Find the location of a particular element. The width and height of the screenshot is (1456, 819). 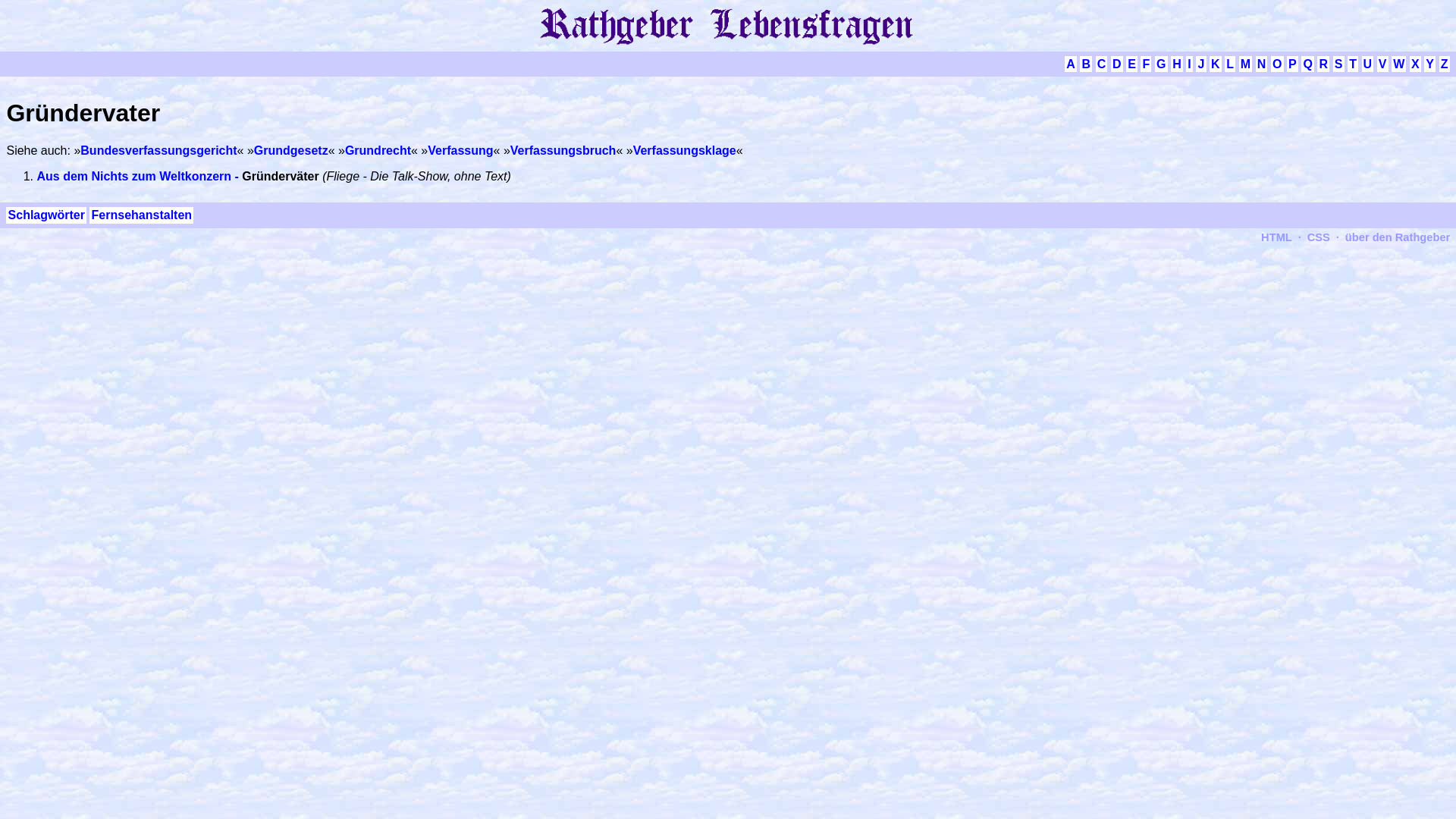

'Grundrecht' is located at coordinates (378, 150).